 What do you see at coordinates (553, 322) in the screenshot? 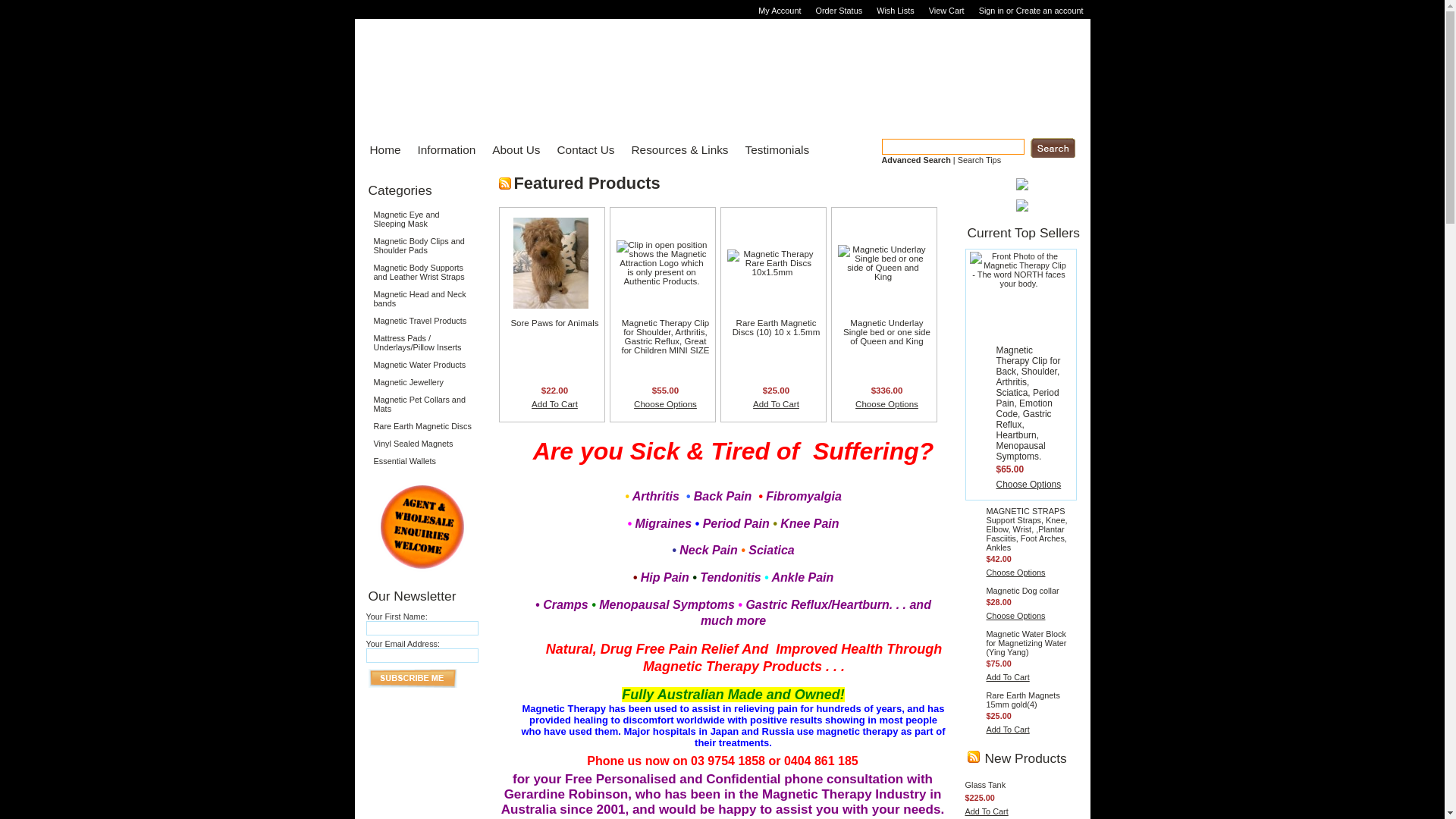
I see `'Sore Paws for Animals'` at bounding box center [553, 322].